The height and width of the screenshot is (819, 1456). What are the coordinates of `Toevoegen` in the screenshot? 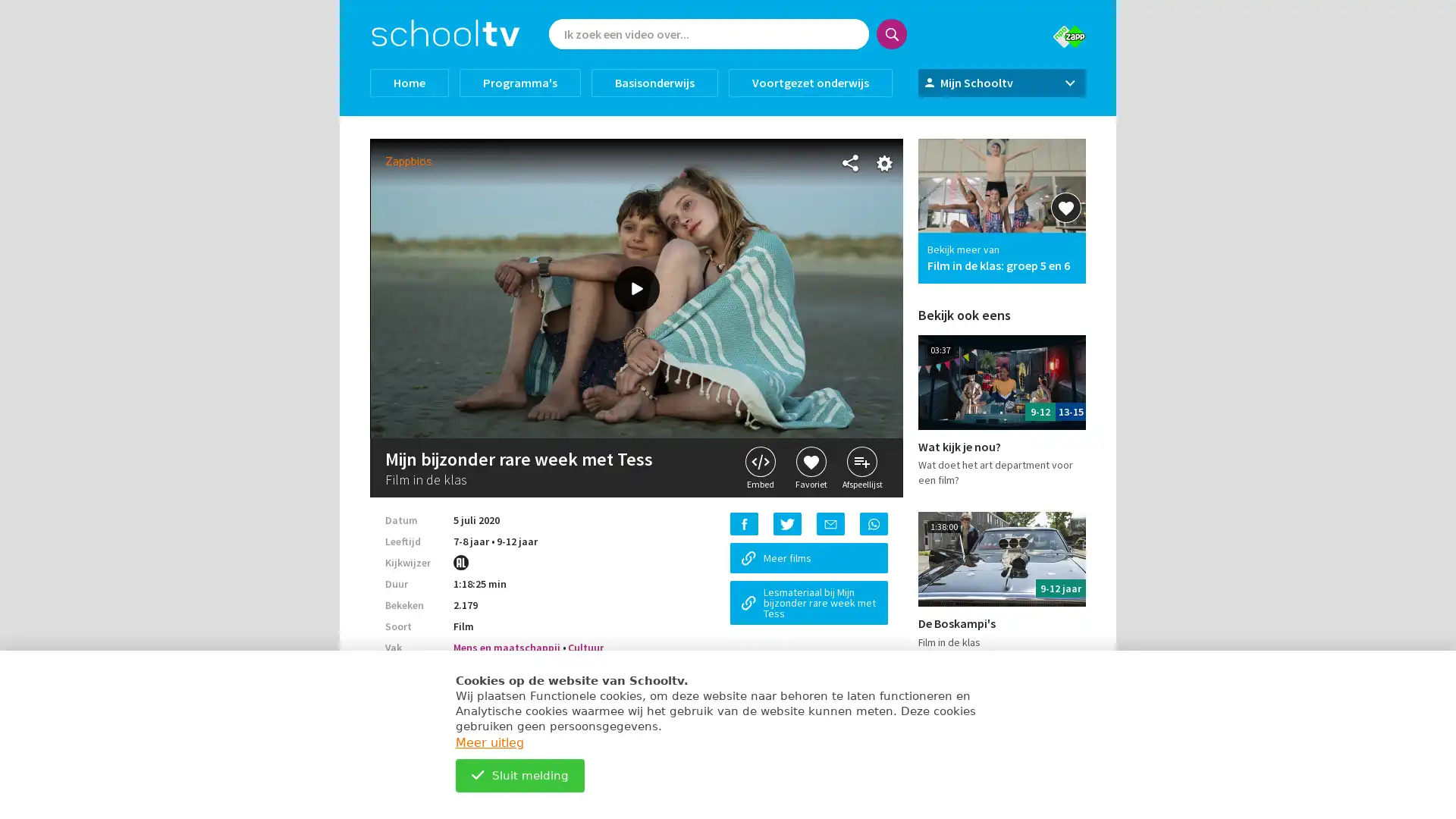 It's located at (728, 280).